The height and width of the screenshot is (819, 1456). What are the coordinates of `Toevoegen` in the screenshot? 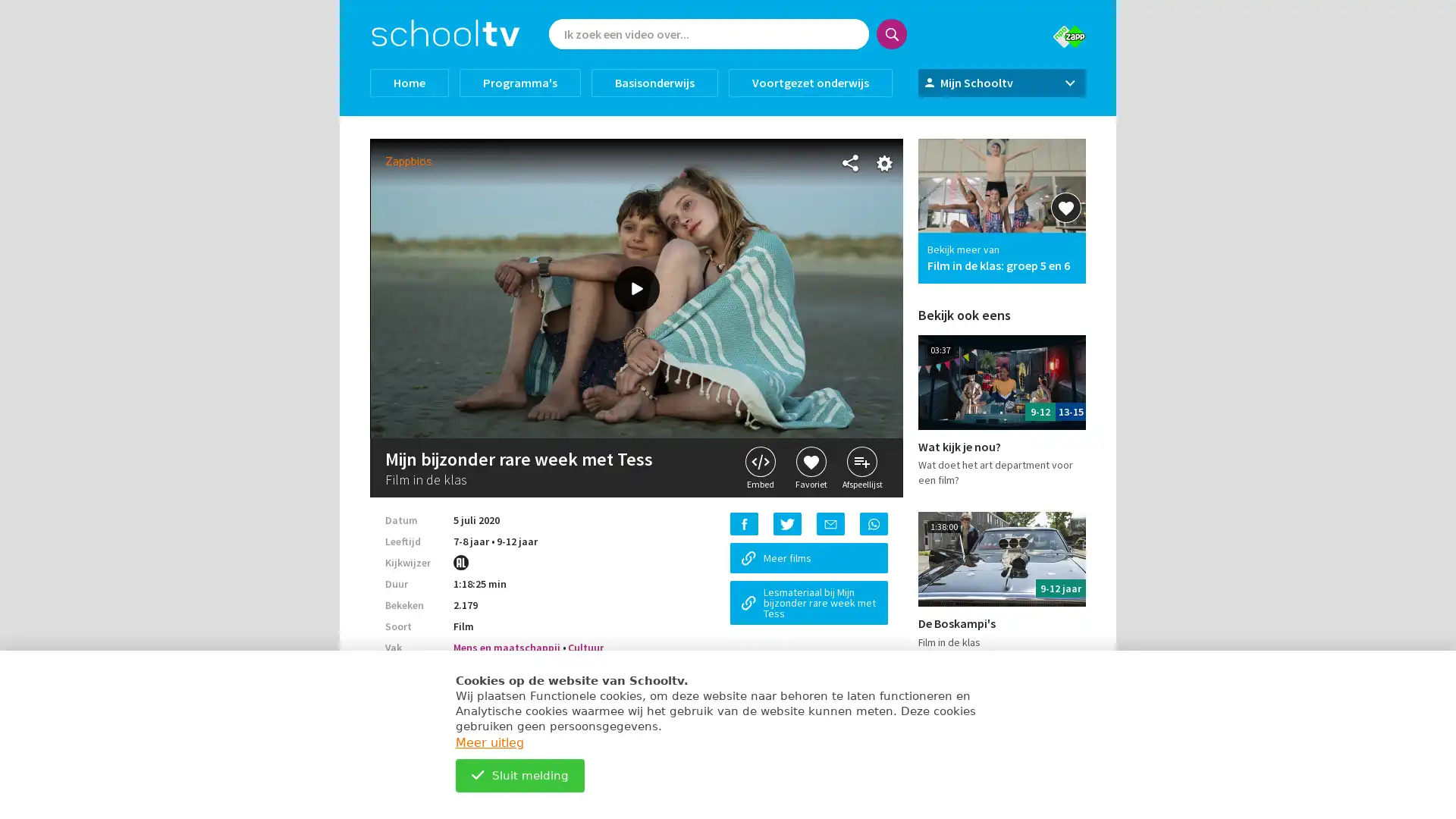 It's located at (728, 280).